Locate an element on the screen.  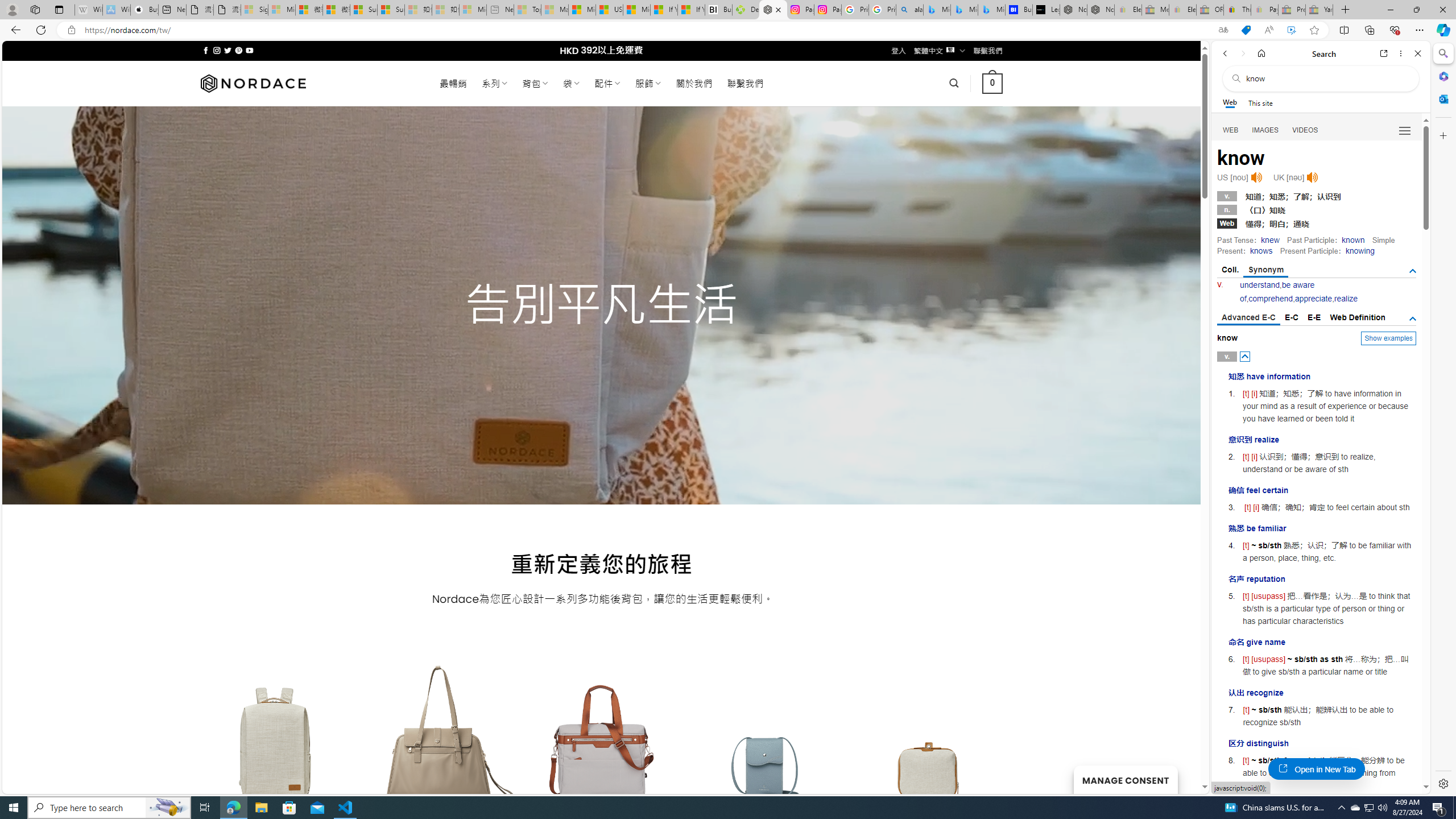
'comprehend' is located at coordinates (1270, 298).